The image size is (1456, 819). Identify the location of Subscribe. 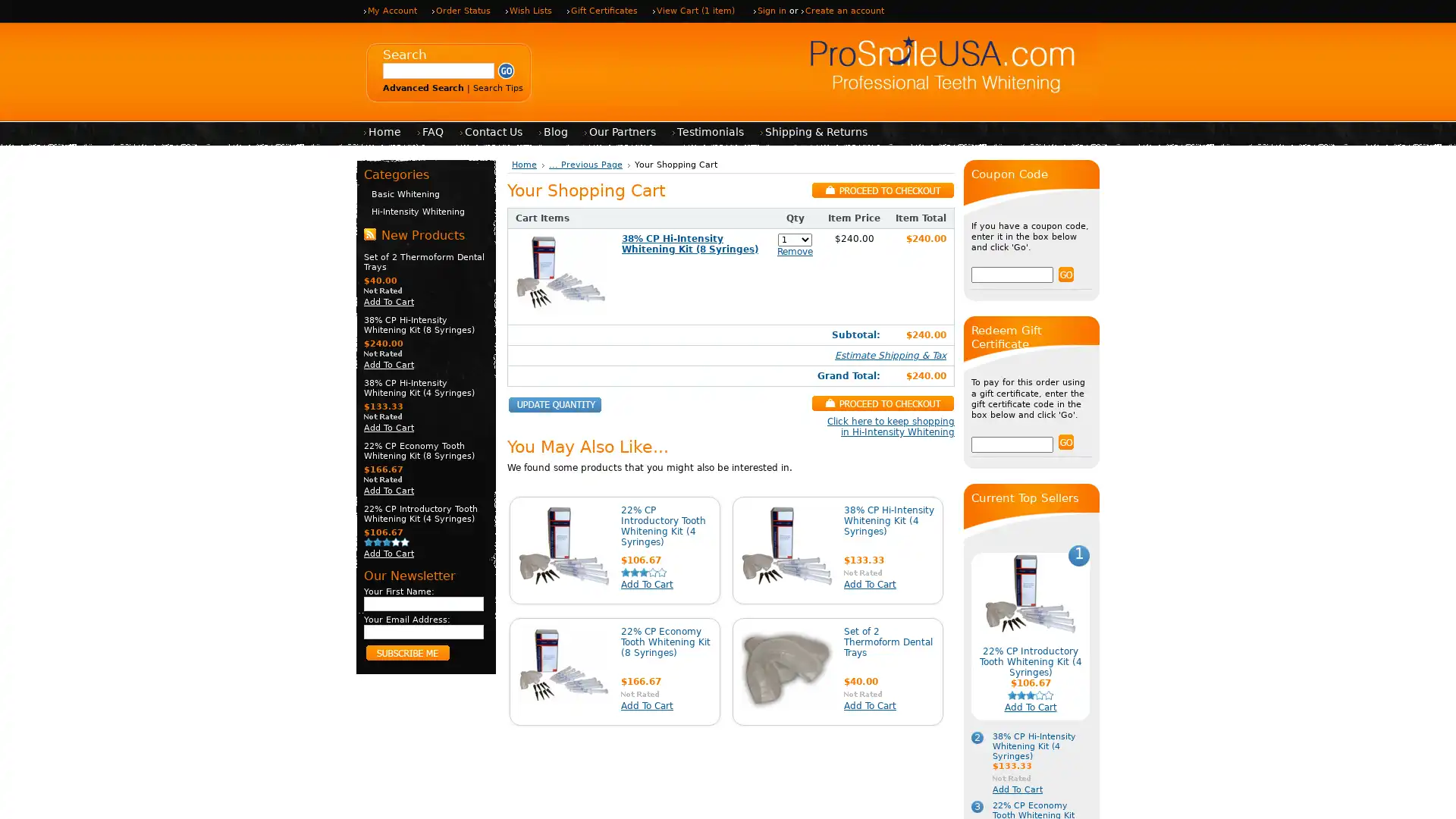
(407, 651).